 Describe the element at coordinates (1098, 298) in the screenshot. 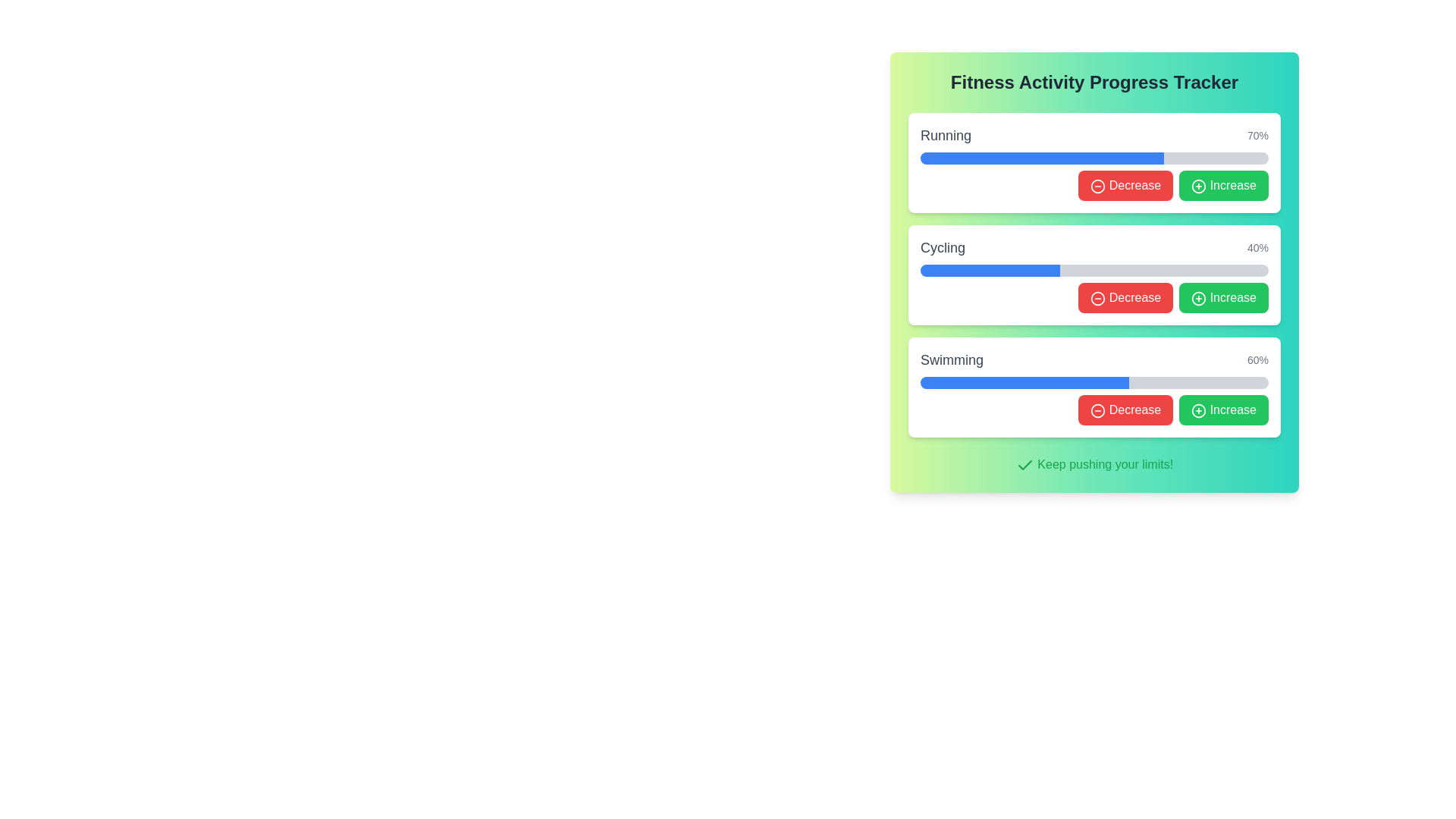

I see `the 'Decrease' button icon located to the right of the 'Cycling' progress bar, which symbolizes a decrease action` at that location.